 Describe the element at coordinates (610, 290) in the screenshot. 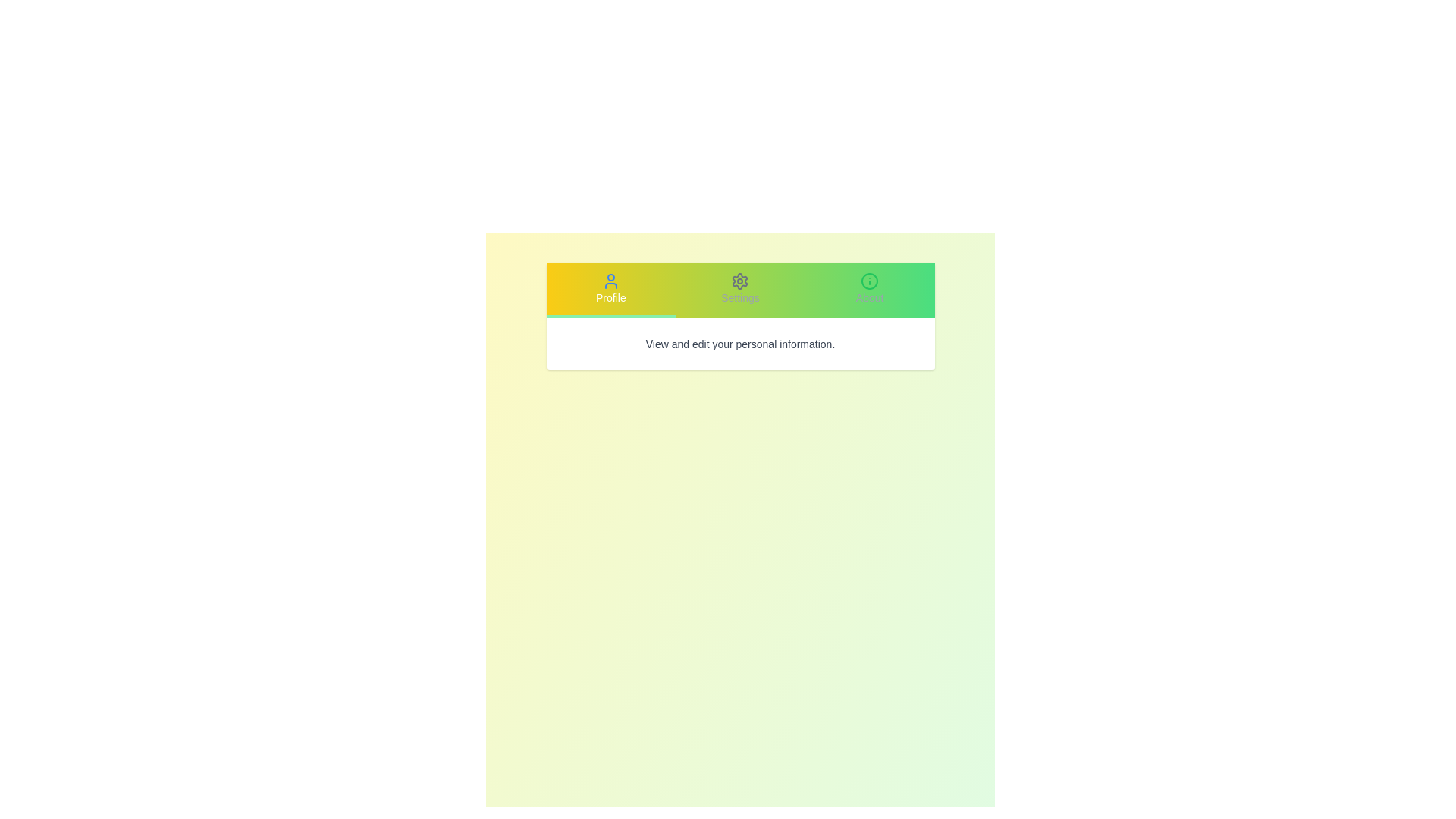

I see `the 'Profile' tab to view its content` at that location.